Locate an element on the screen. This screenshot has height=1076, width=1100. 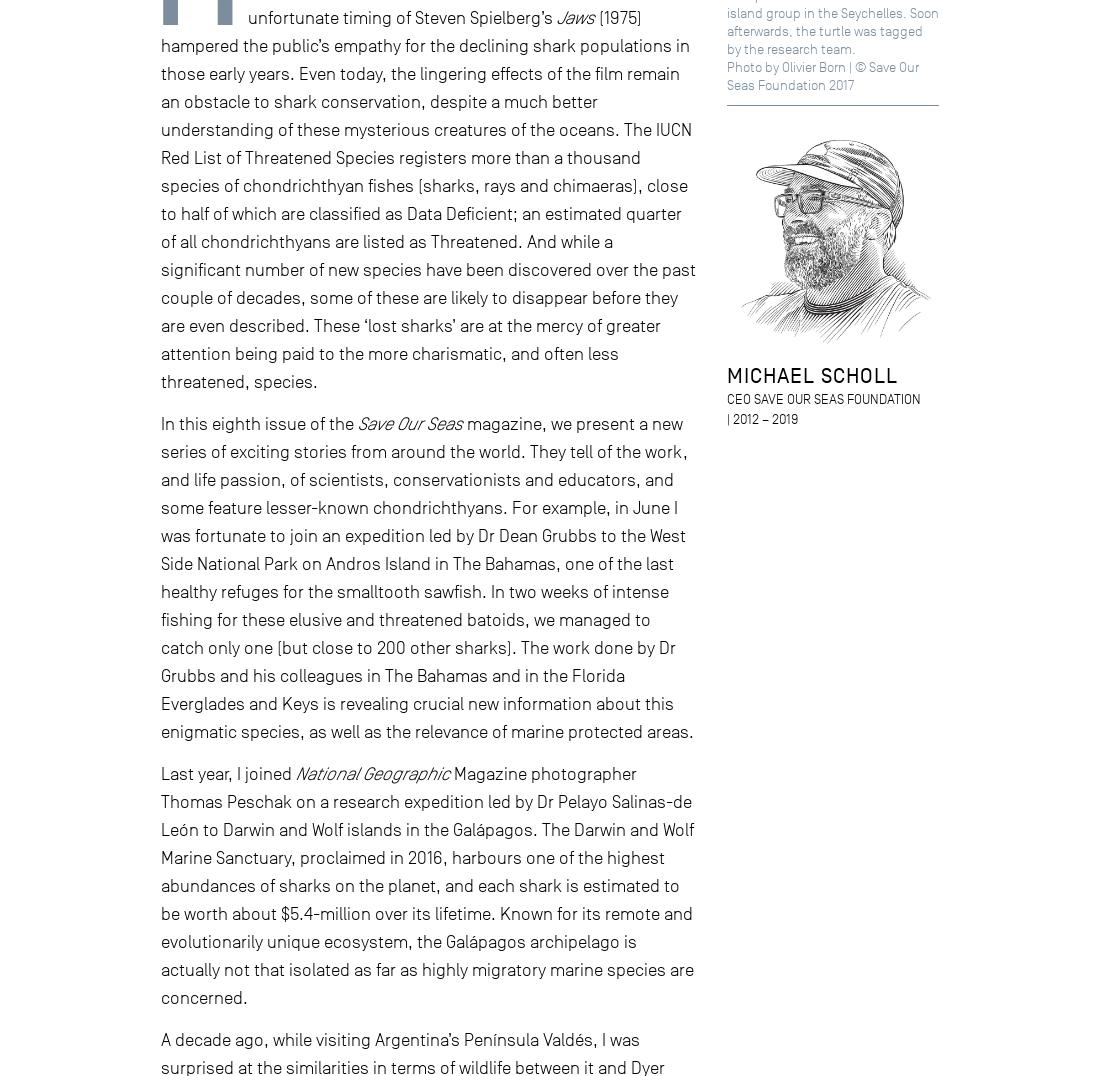
'Photo by Olivier Born | © Save Our Seas Foundation 2017' is located at coordinates (822, 76).